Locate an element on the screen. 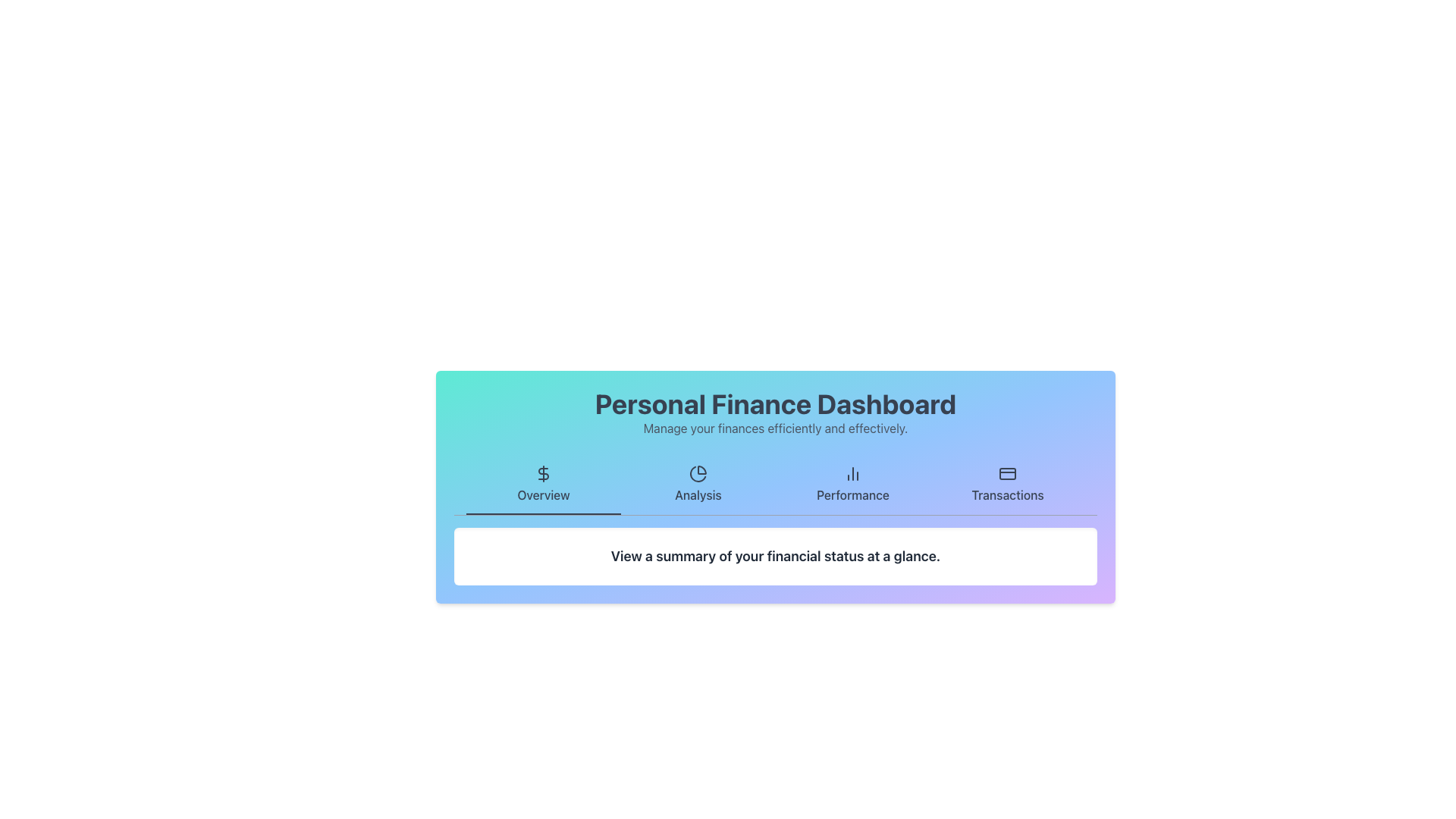 The height and width of the screenshot is (819, 1456). the informational caption text block that summarizes the financial overview on the dashboard, located below the navigational tabs is located at coordinates (775, 556).